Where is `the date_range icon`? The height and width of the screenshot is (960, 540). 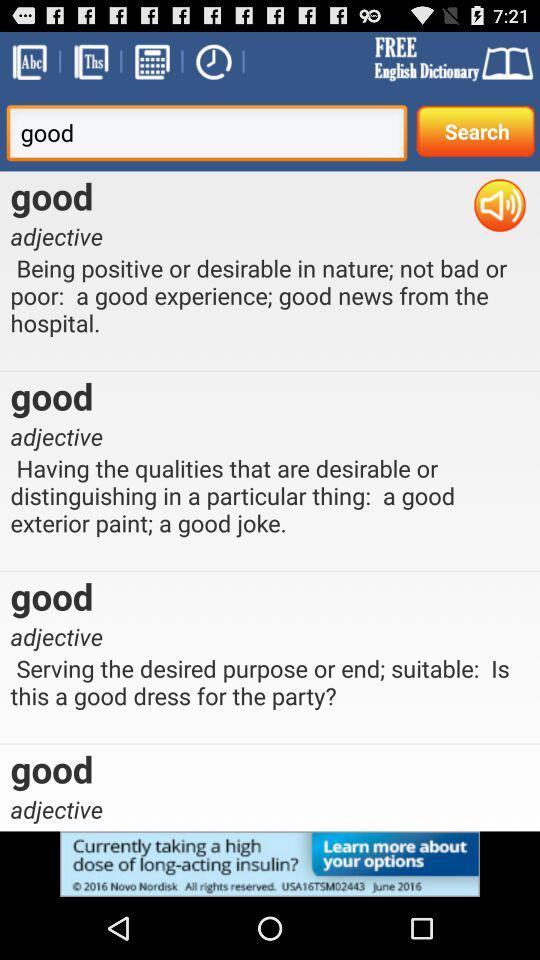
the date_range icon is located at coordinates (150, 65).